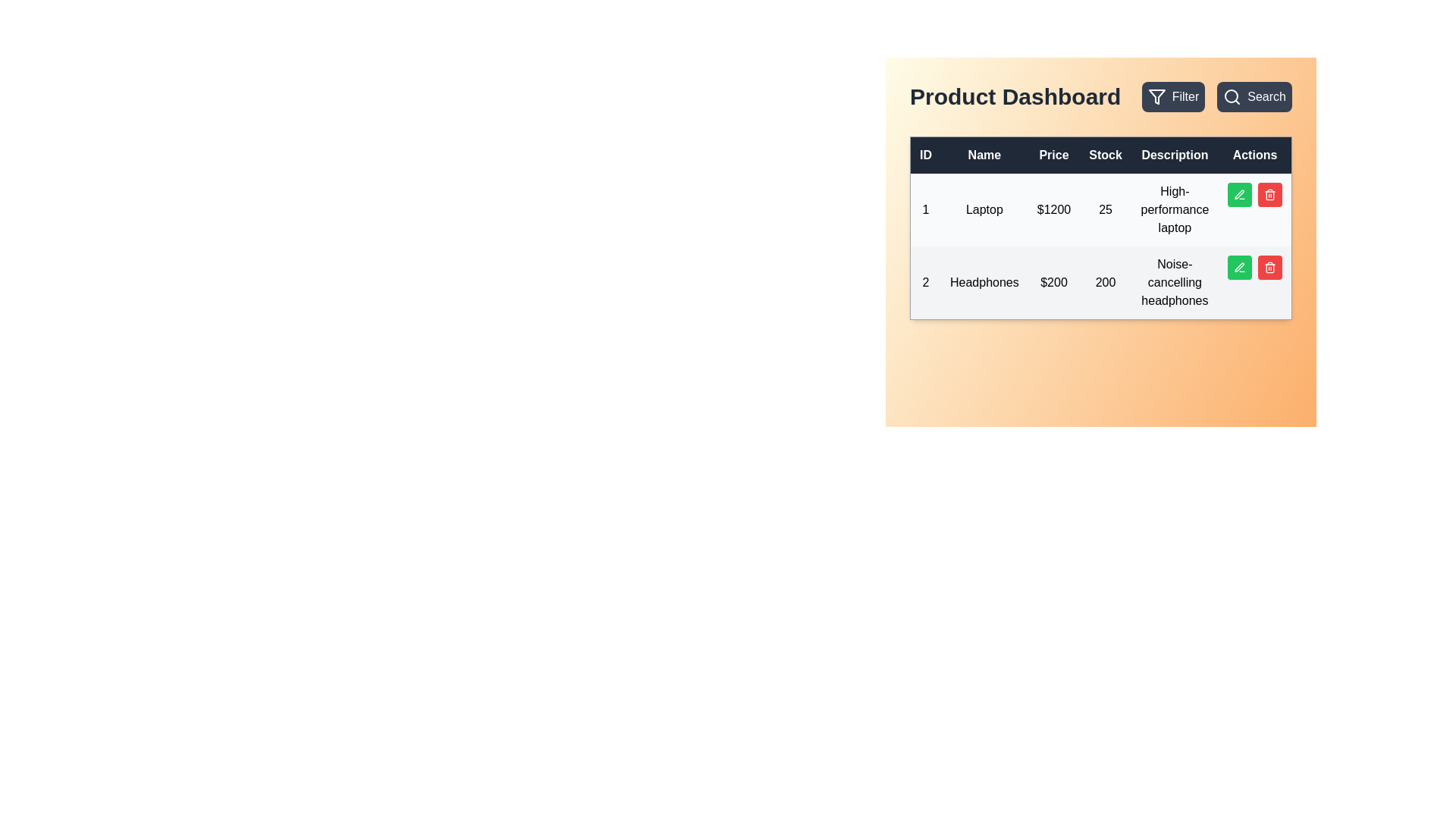 This screenshot has width=1456, height=819. What do you see at coordinates (1053, 155) in the screenshot?
I see `the 'Price' label in the table header to sort the column` at bounding box center [1053, 155].